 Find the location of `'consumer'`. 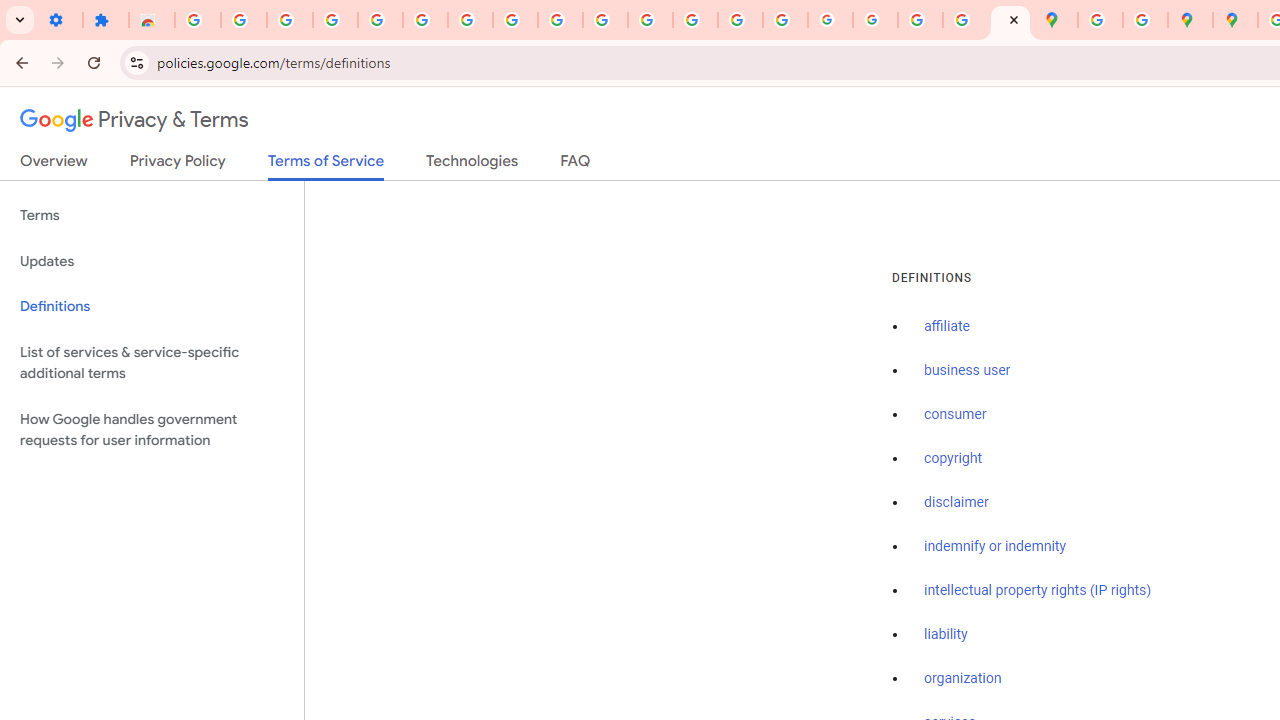

'consumer' is located at coordinates (954, 414).